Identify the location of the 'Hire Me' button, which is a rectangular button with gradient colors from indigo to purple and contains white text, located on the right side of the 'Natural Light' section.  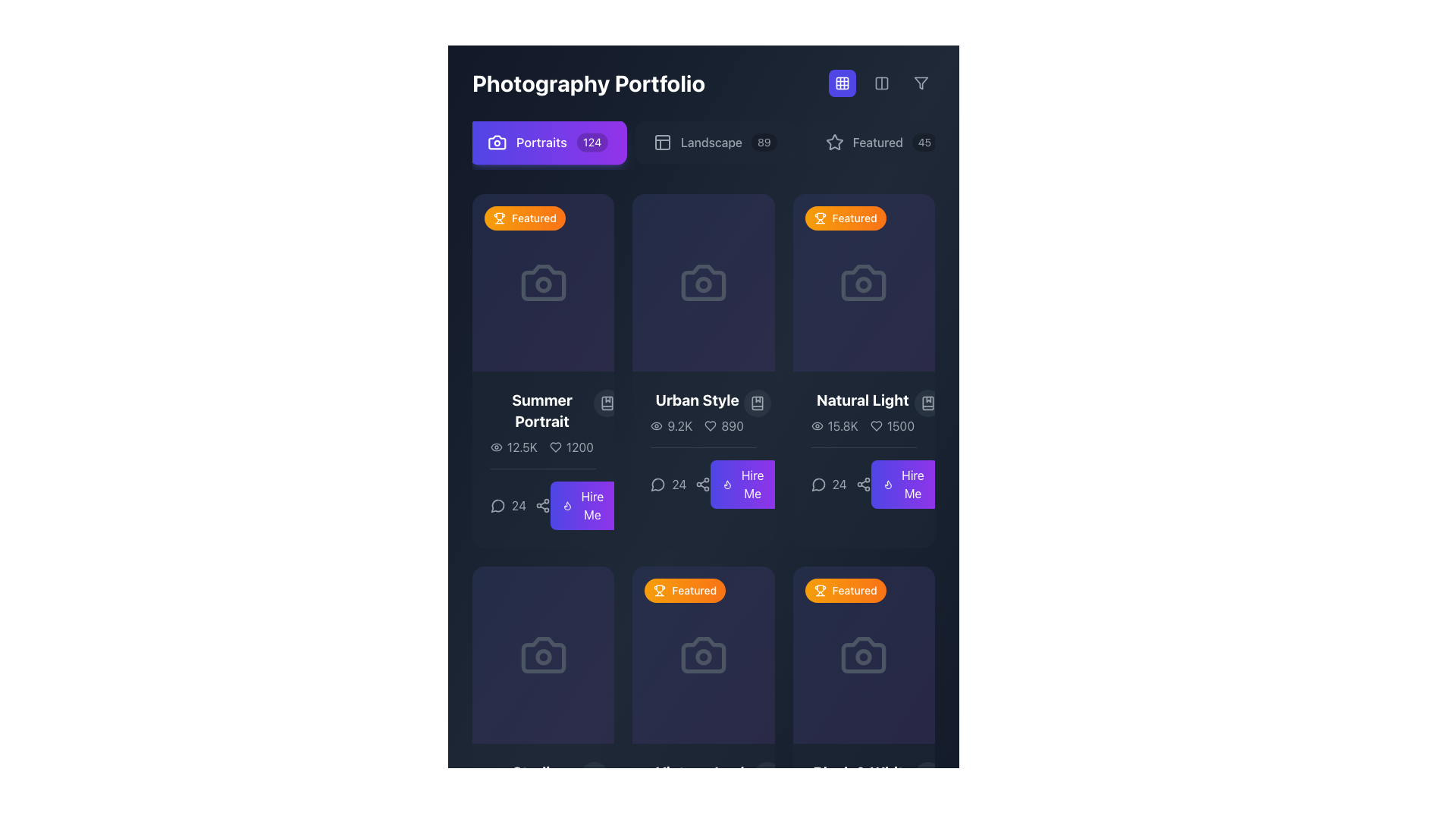
(905, 485).